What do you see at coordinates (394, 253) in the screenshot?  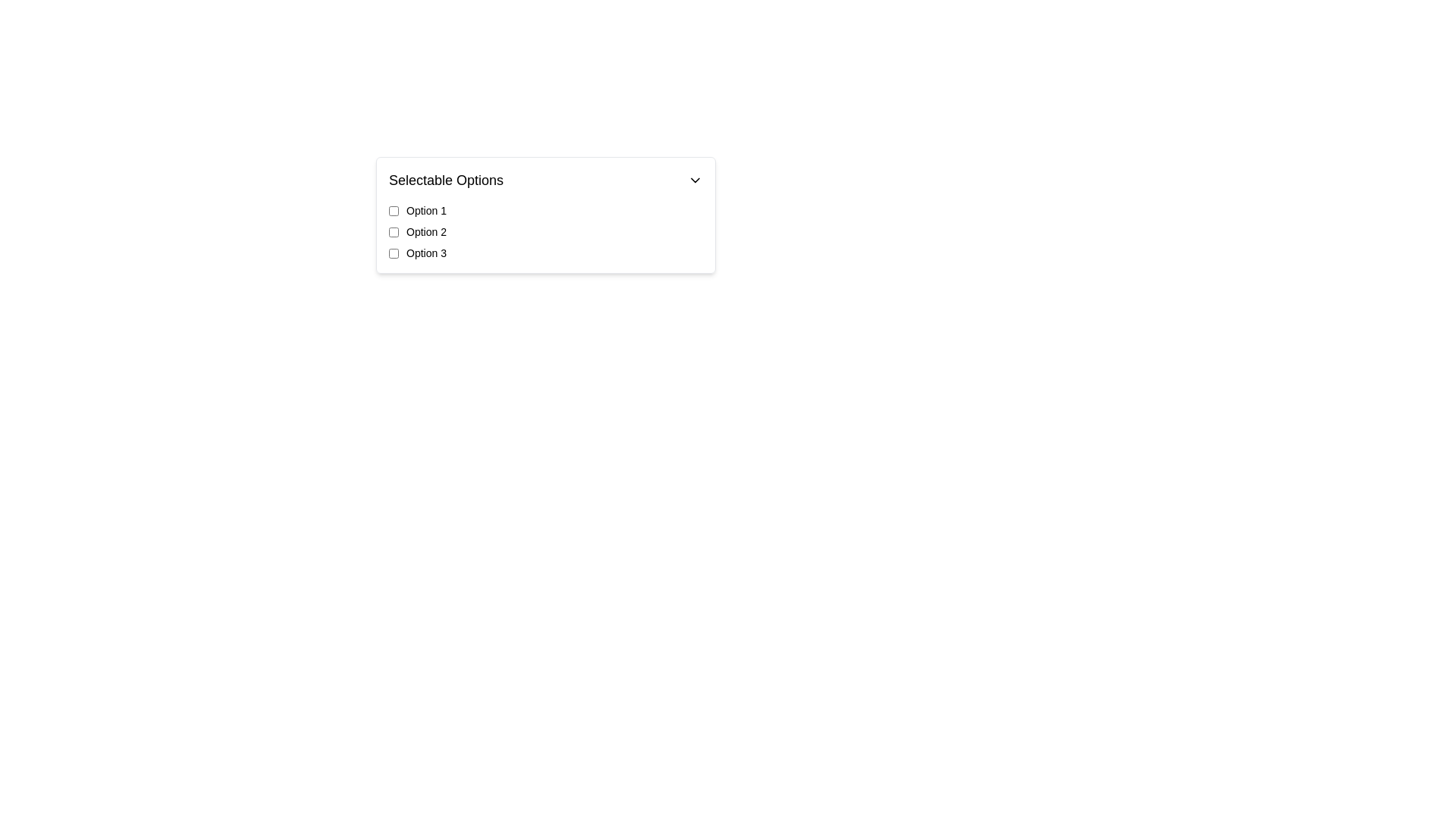 I see `the checkbox for 'Option 3'` at bounding box center [394, 253].